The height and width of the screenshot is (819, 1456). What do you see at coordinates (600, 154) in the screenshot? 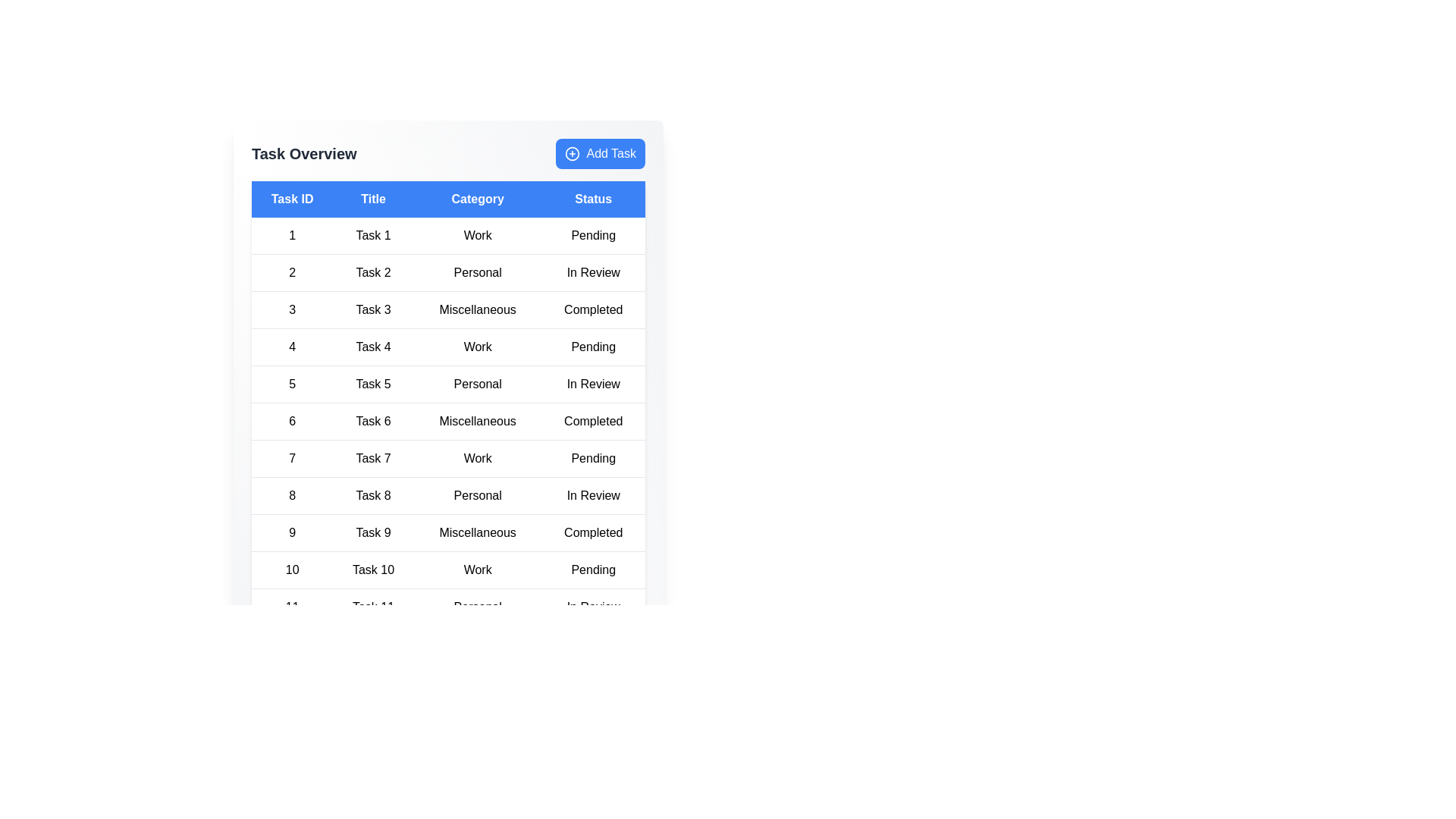
I see `the 'Add Task' button to initiate the task addition process` at bounding box center [600, 154].